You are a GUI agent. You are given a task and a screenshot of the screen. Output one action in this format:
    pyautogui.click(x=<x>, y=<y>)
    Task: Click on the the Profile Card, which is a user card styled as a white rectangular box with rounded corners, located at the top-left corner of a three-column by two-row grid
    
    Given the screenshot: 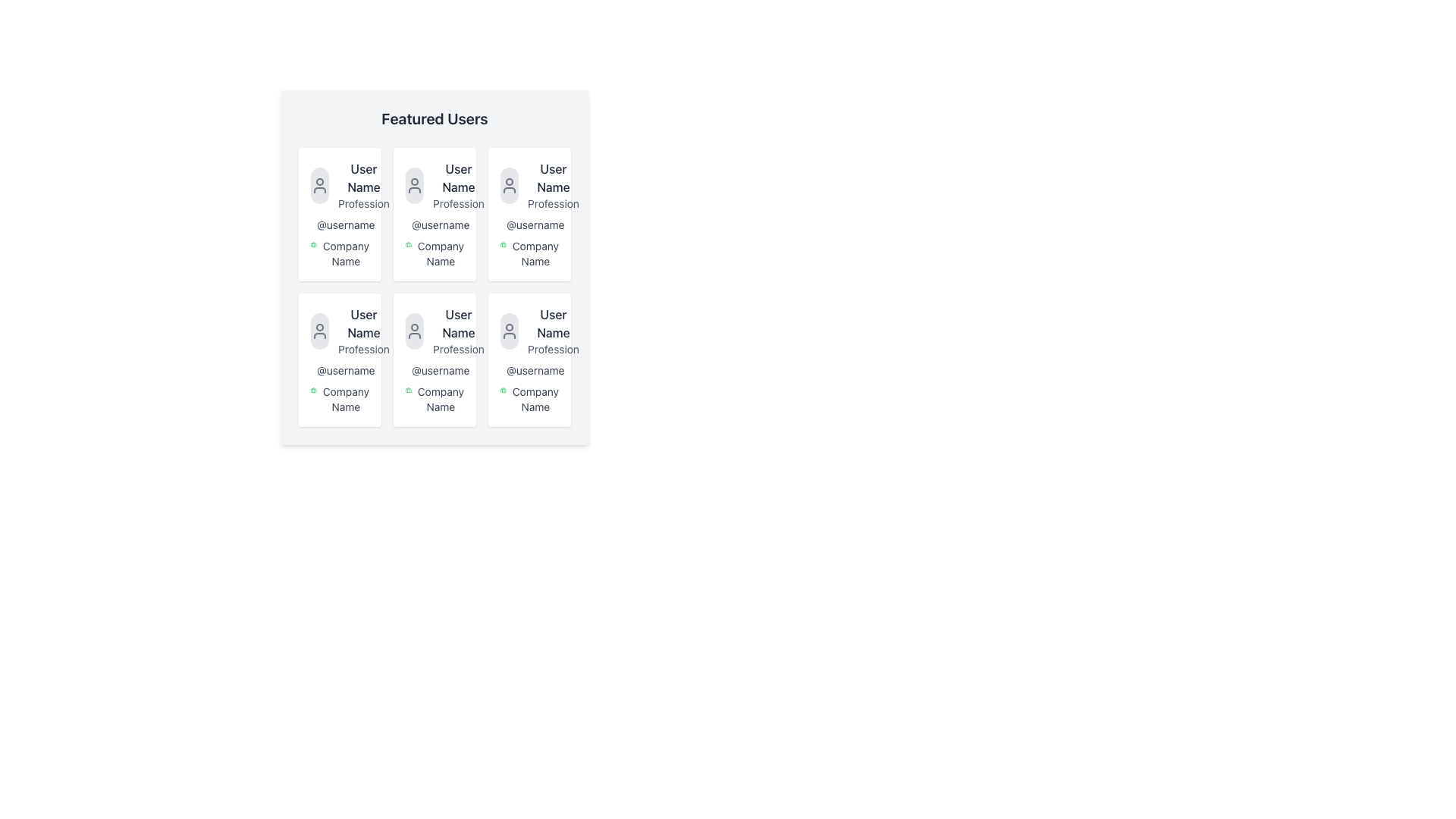 What is the action you would take?
    pyautogui.click(x=339, y=214)
    